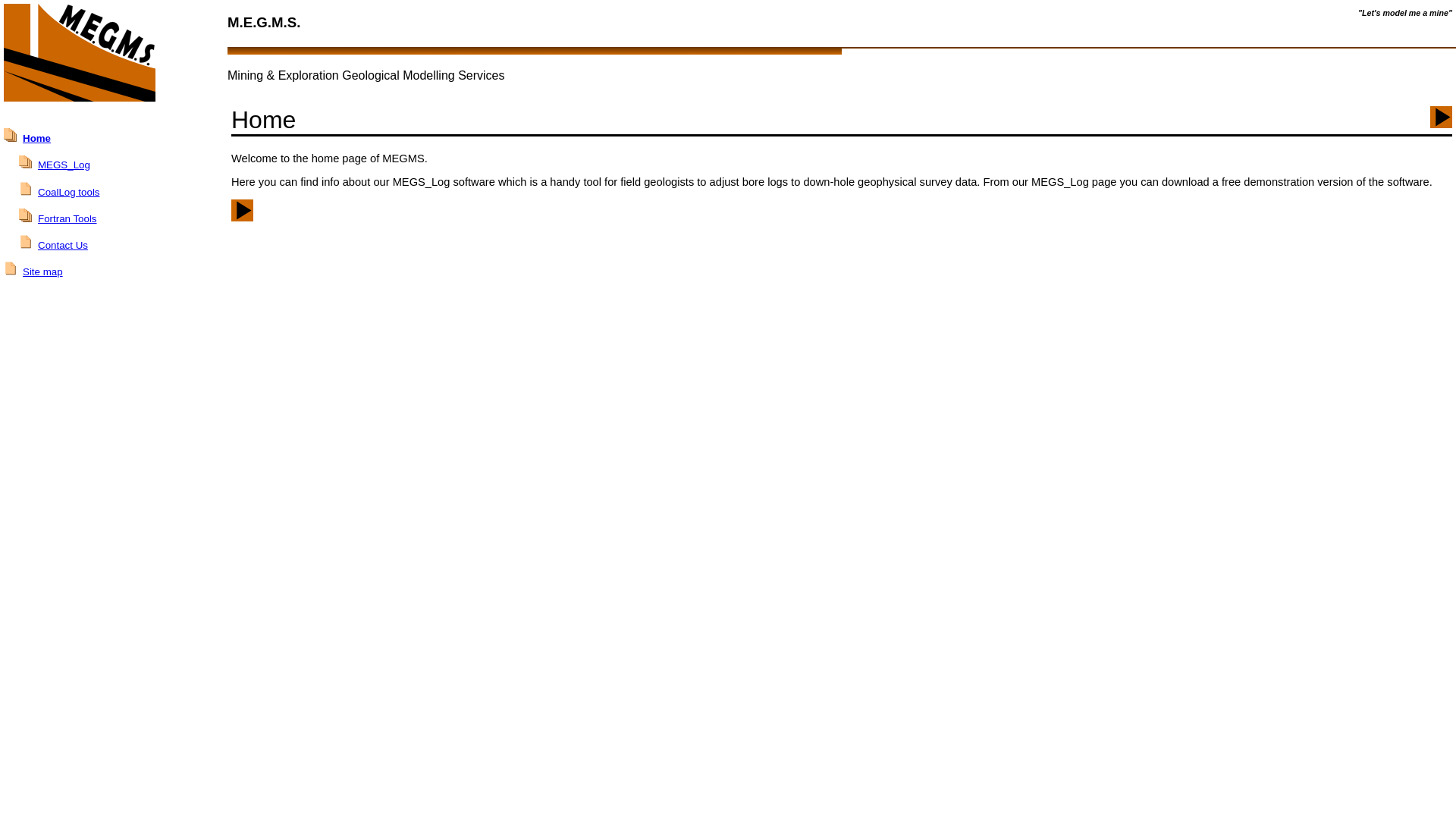 This screenshot has width=1456, height=819. What do you see at coordinates (63, 165) in the screenshot?
I see `'MEGS_Log'` at bounding box center [63, 165].